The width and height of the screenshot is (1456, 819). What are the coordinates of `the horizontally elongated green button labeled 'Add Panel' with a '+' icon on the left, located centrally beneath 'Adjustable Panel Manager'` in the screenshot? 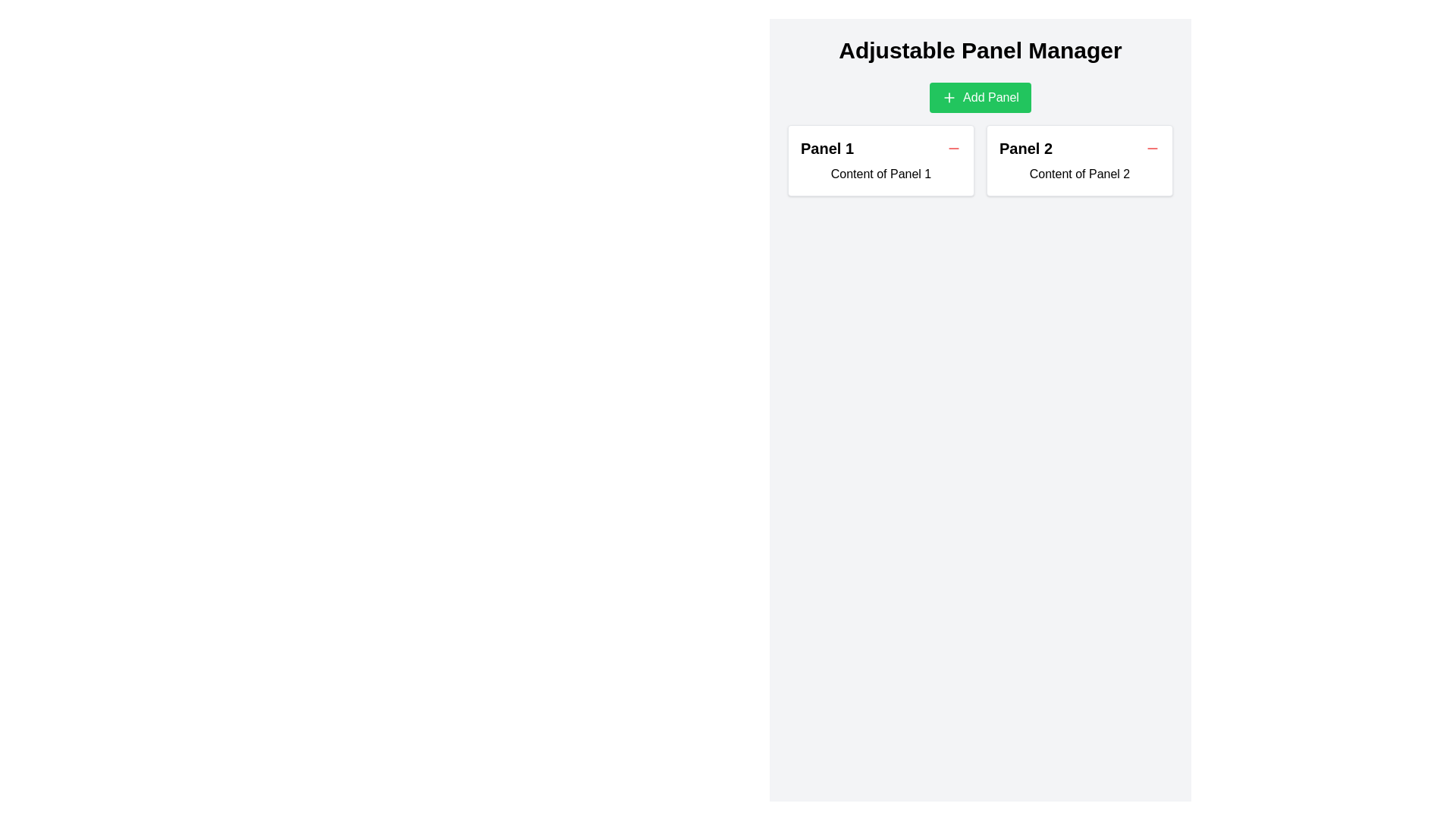 It's located at (980, 97).